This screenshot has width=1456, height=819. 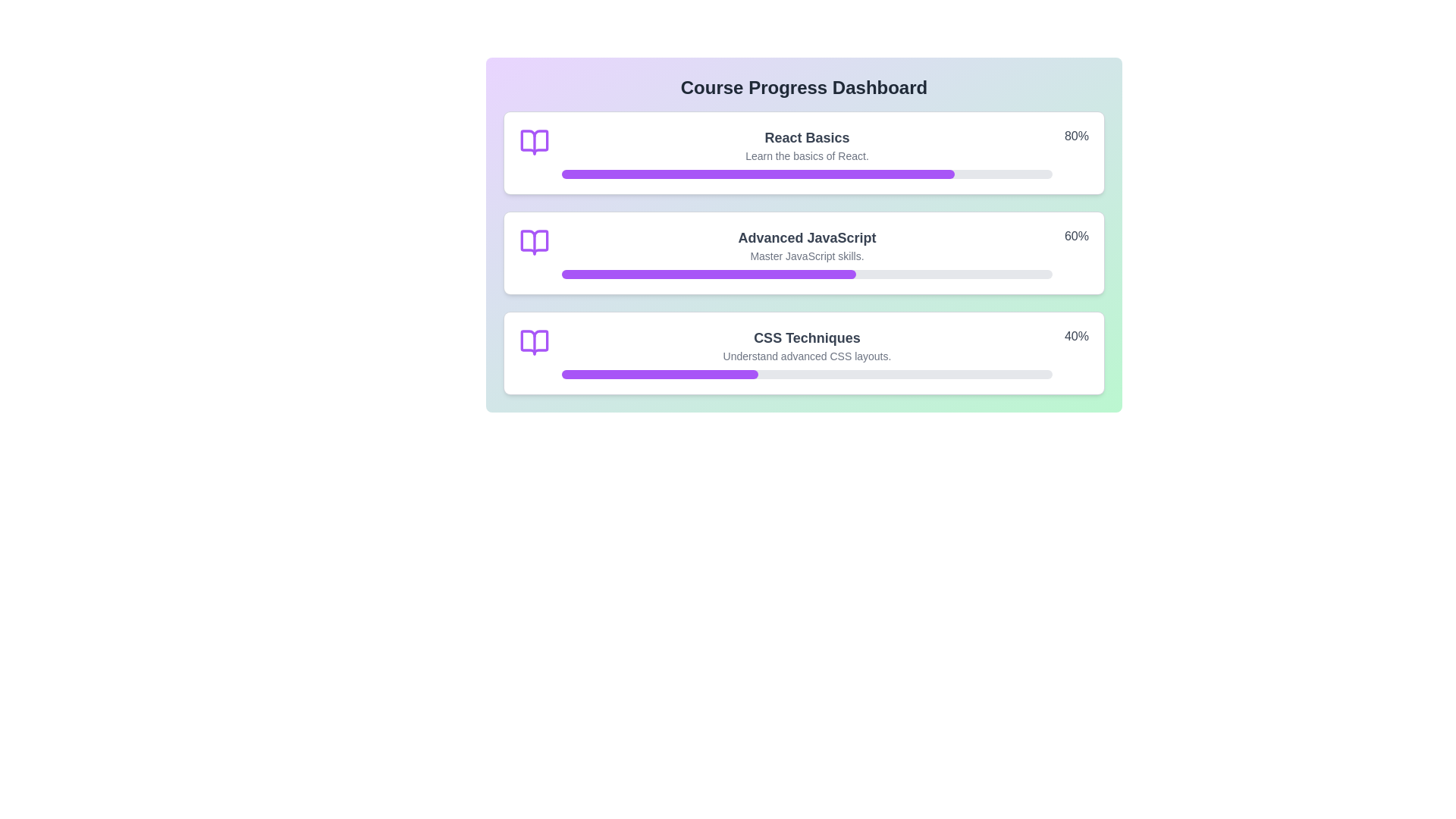 What do you see at coordinates (535, 342) in the screenshot?
I see `the CSS Techniques icon located in the third course card of the Course Progress Dashboard, positioned on the left side adjacent to the text content` at bounding box center [535, 342].